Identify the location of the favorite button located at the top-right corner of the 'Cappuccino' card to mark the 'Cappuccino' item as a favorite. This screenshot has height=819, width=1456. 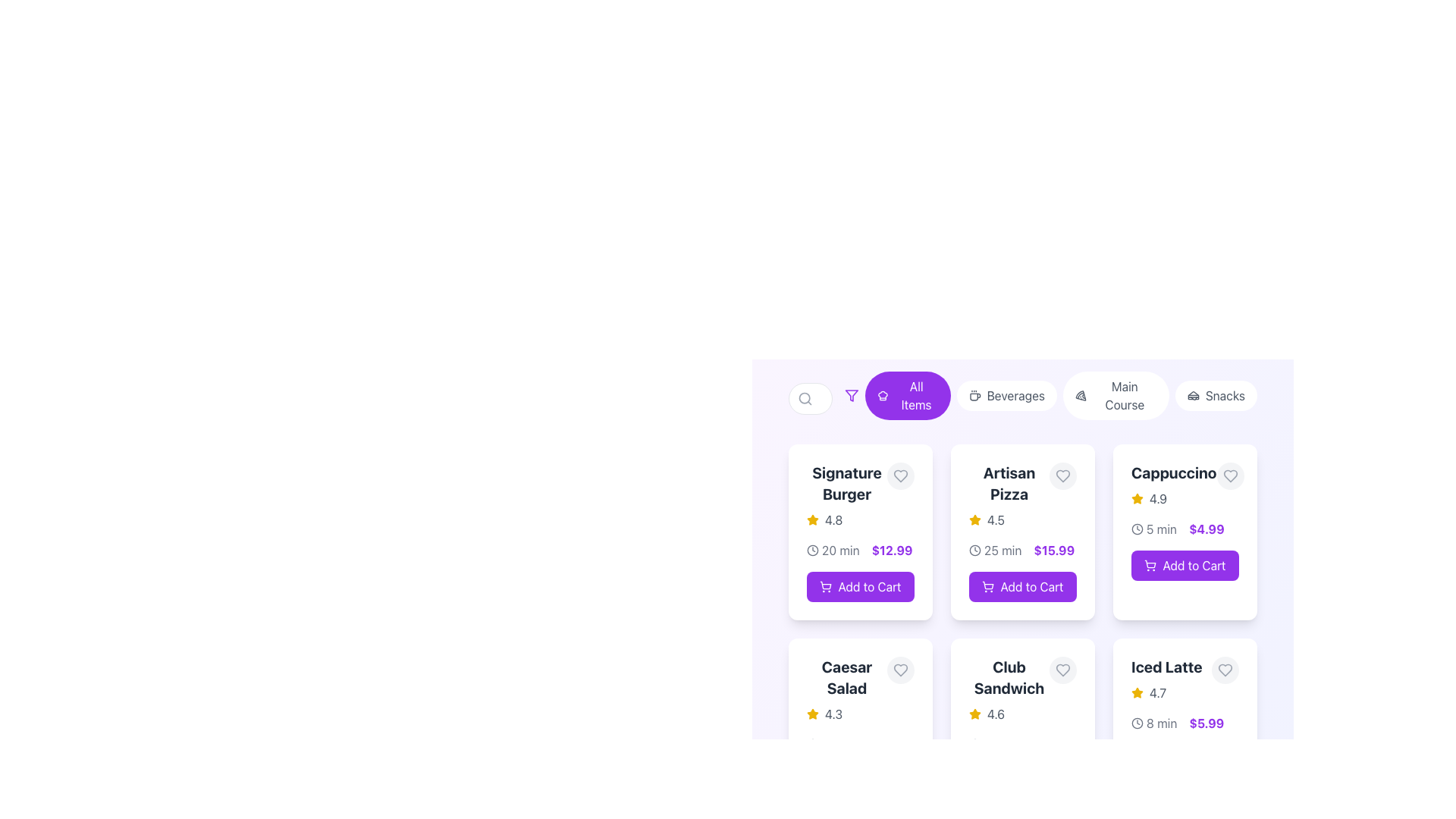
(1230, 475).